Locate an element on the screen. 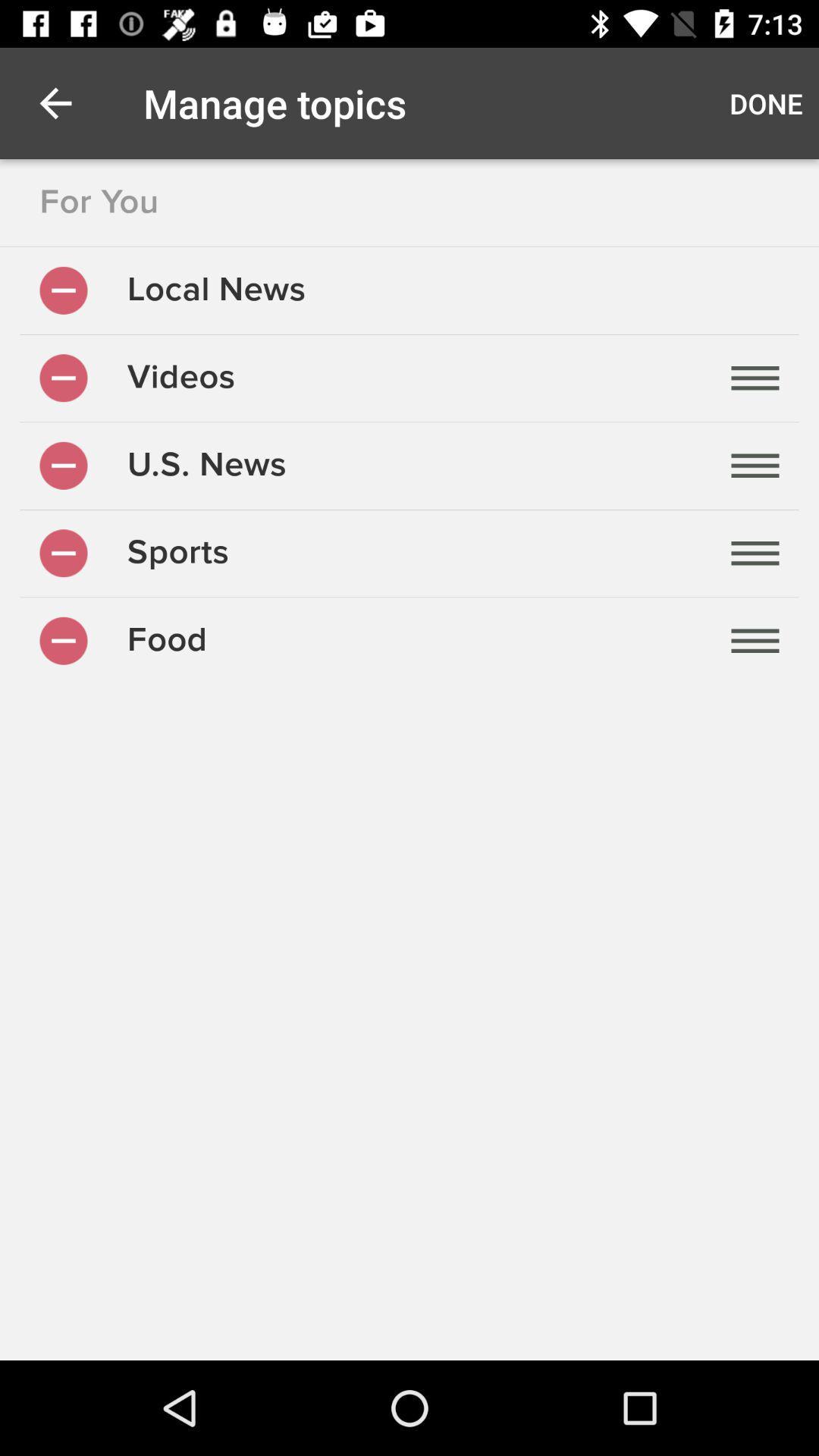 The image size is (819, 1456). remove this category is located at coordinates (63, 552).